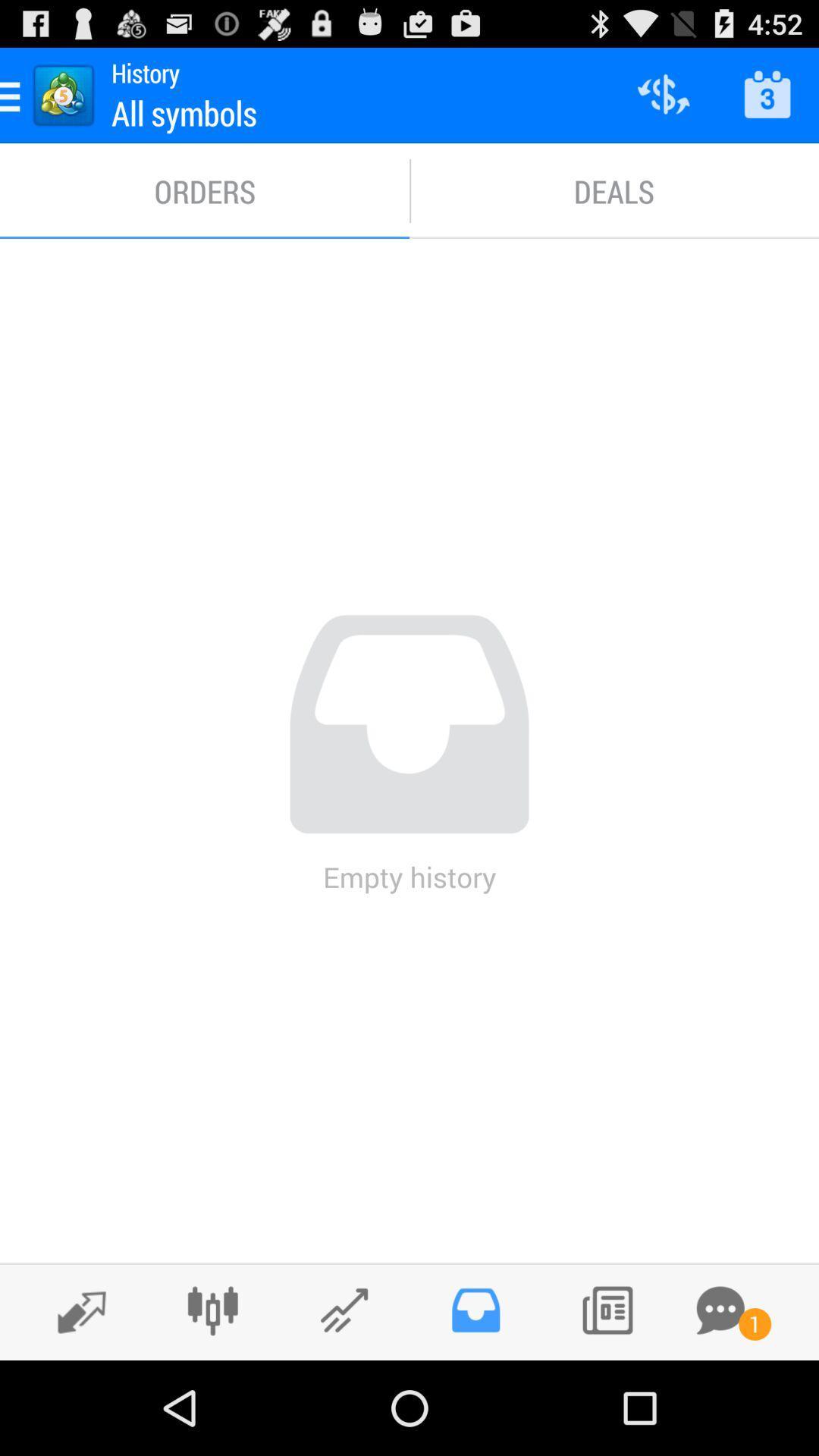  I want to click on forward option, so click(74, 1310).